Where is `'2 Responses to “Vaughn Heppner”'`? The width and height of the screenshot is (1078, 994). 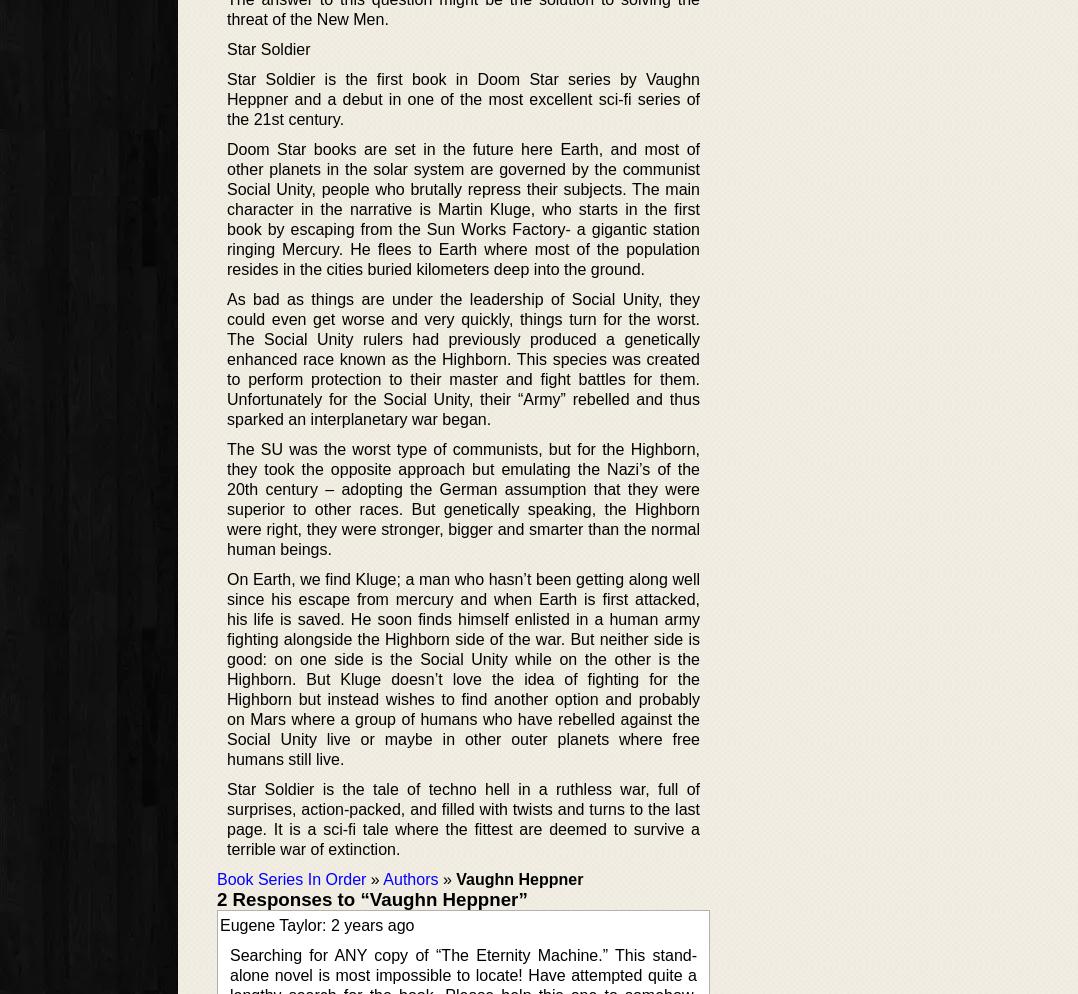 '2 Responses to “Vaughn Heppner”' is located at coordinates (217, 898).